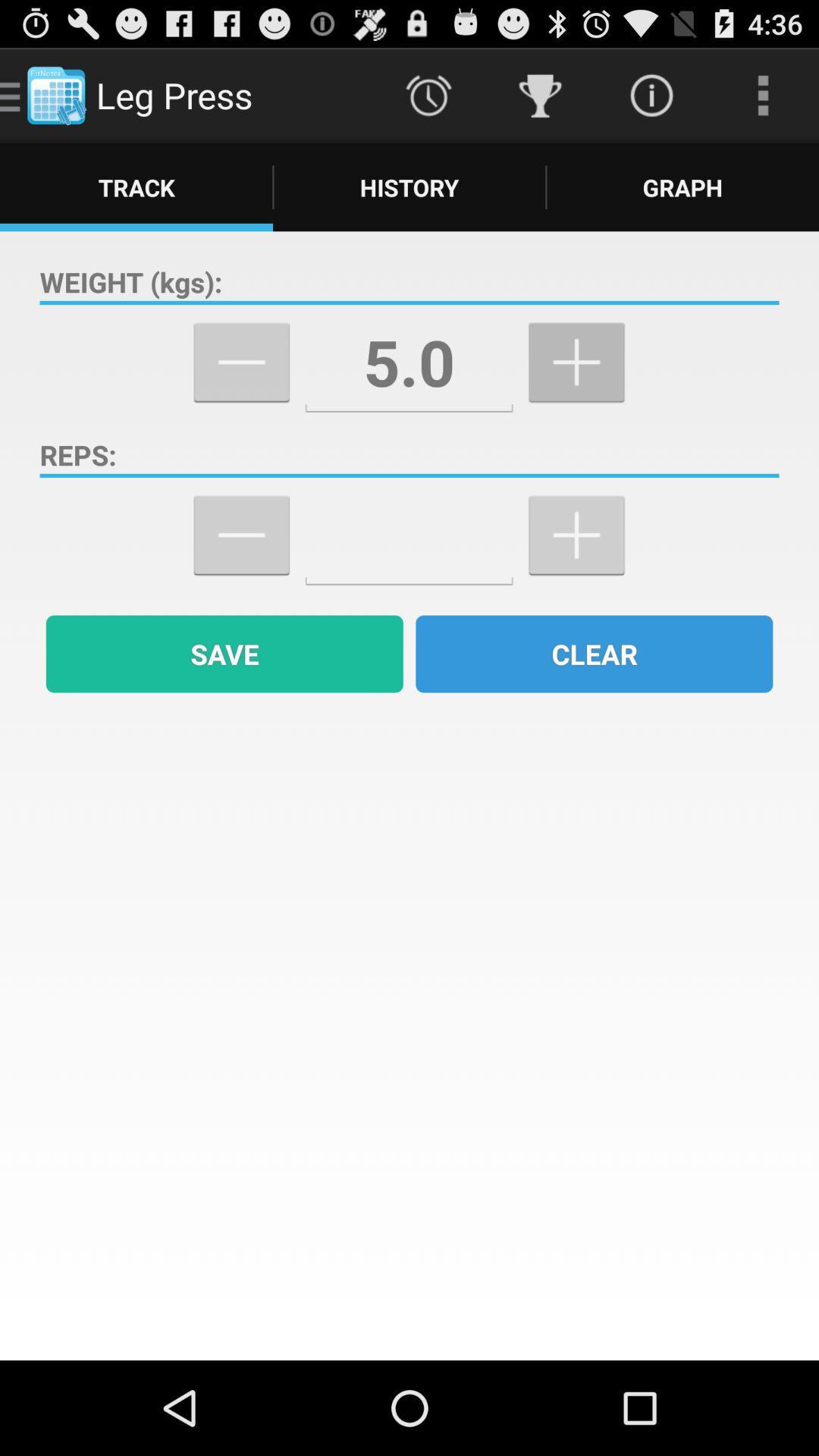  I want to click on reps entry box, so click(408, 535).